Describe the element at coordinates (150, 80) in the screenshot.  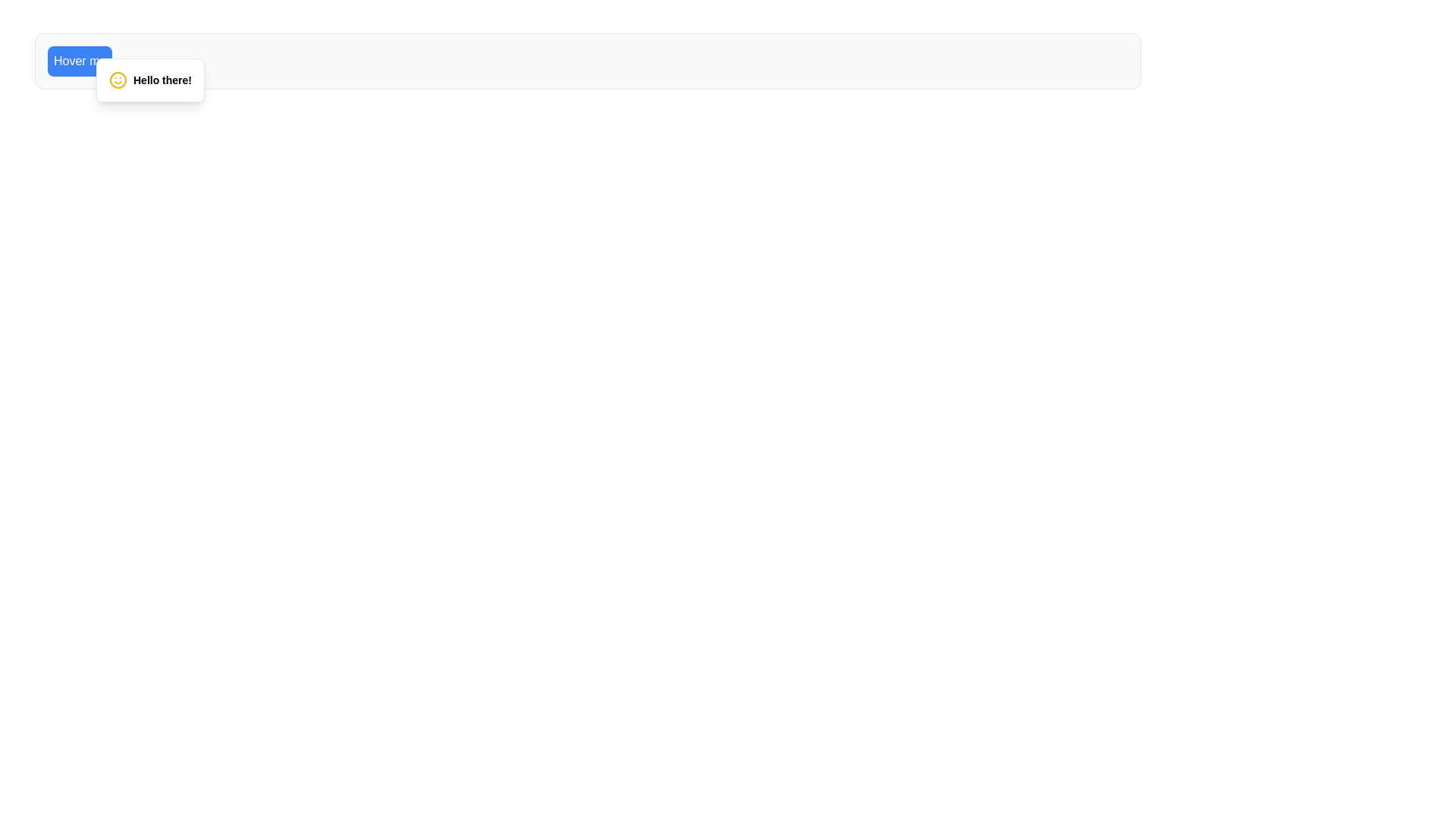
I see `the text 'Hello there!' within the tooltip that appears after hovering over the blue button labeled 'Hover me'` at that location.